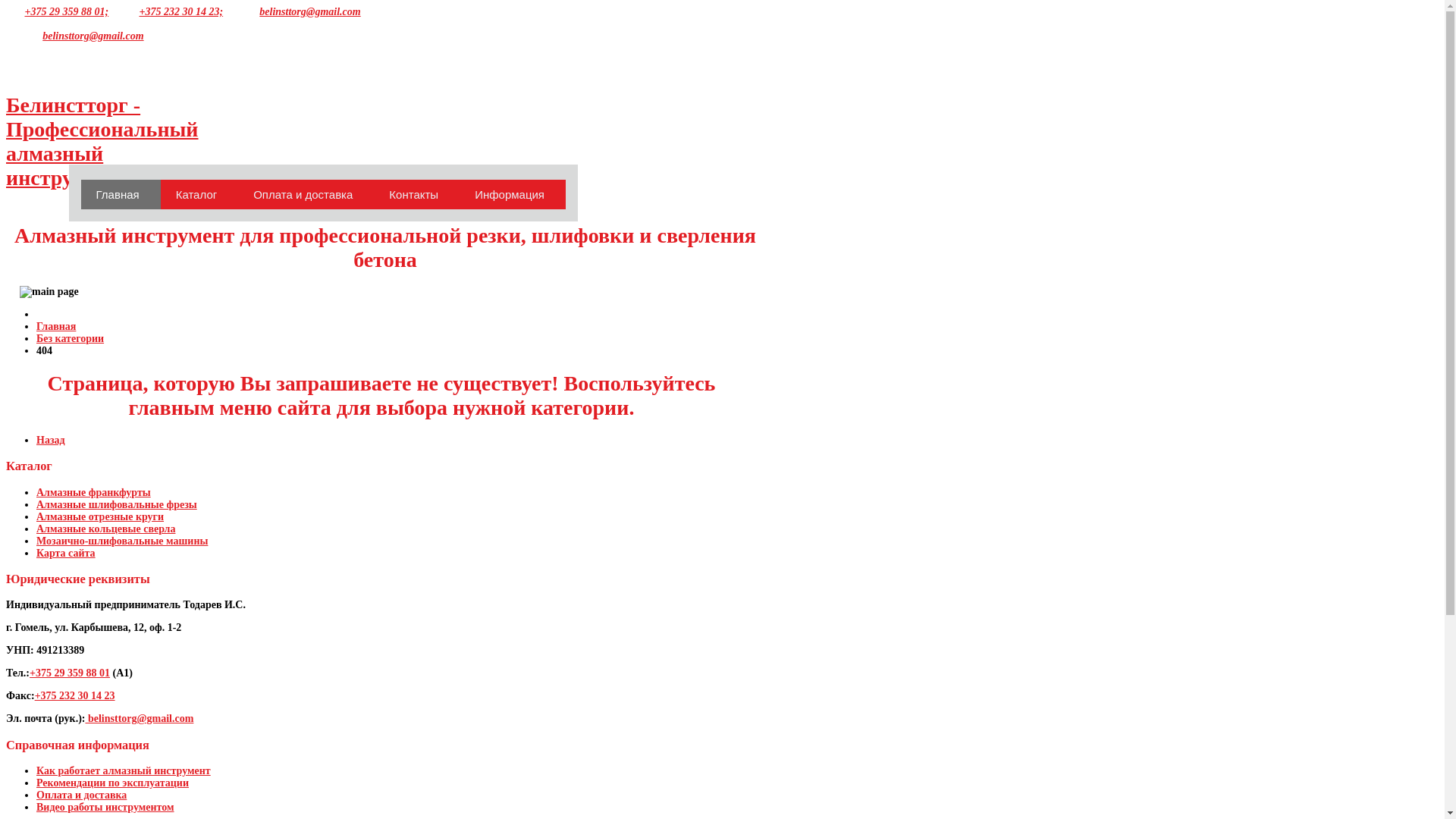  I want to click on '+375 232 30 14 23;', so click(138, 11).